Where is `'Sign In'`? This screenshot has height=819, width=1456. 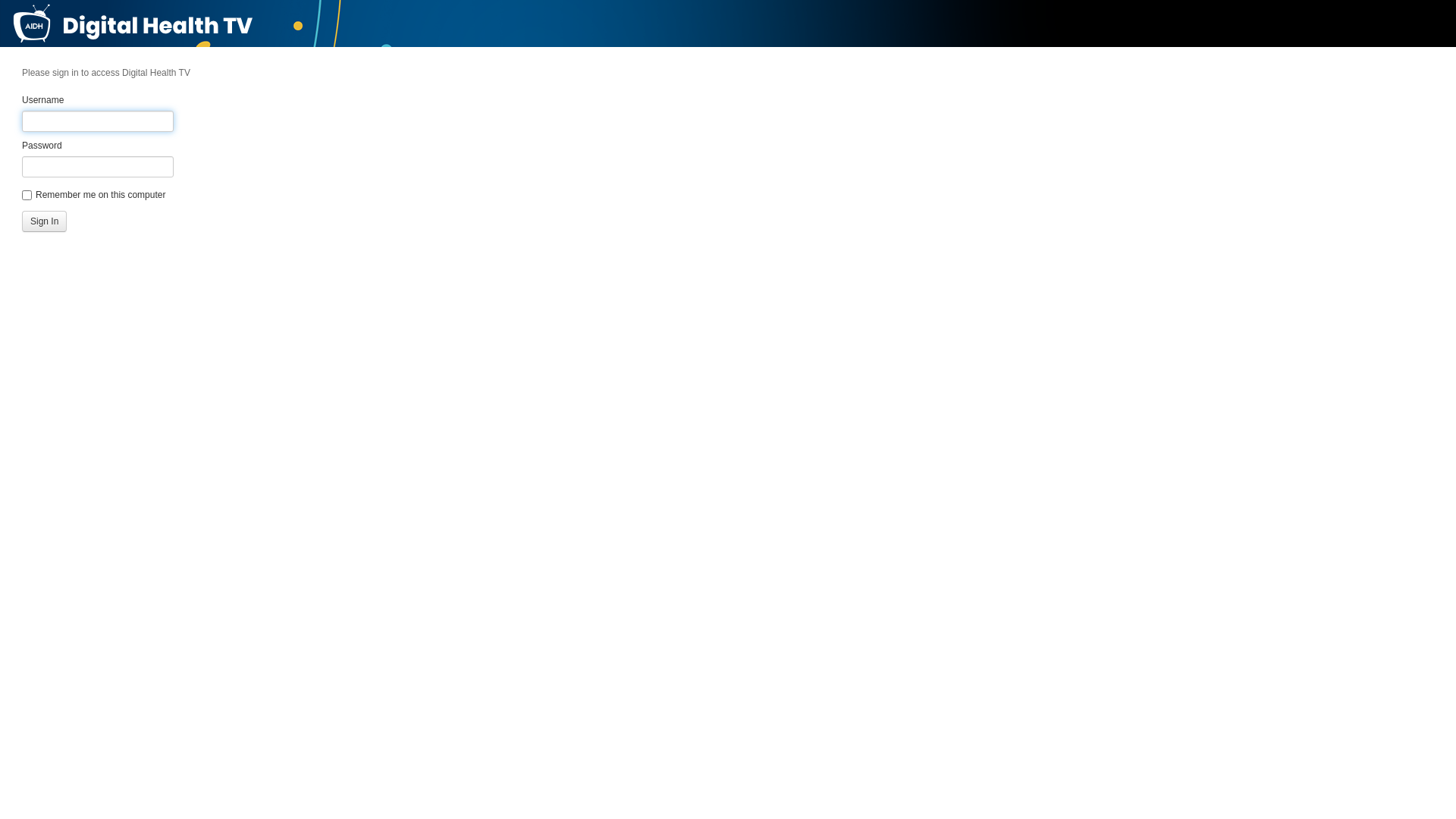
'Sign In' is located at coordinates (44, 221).